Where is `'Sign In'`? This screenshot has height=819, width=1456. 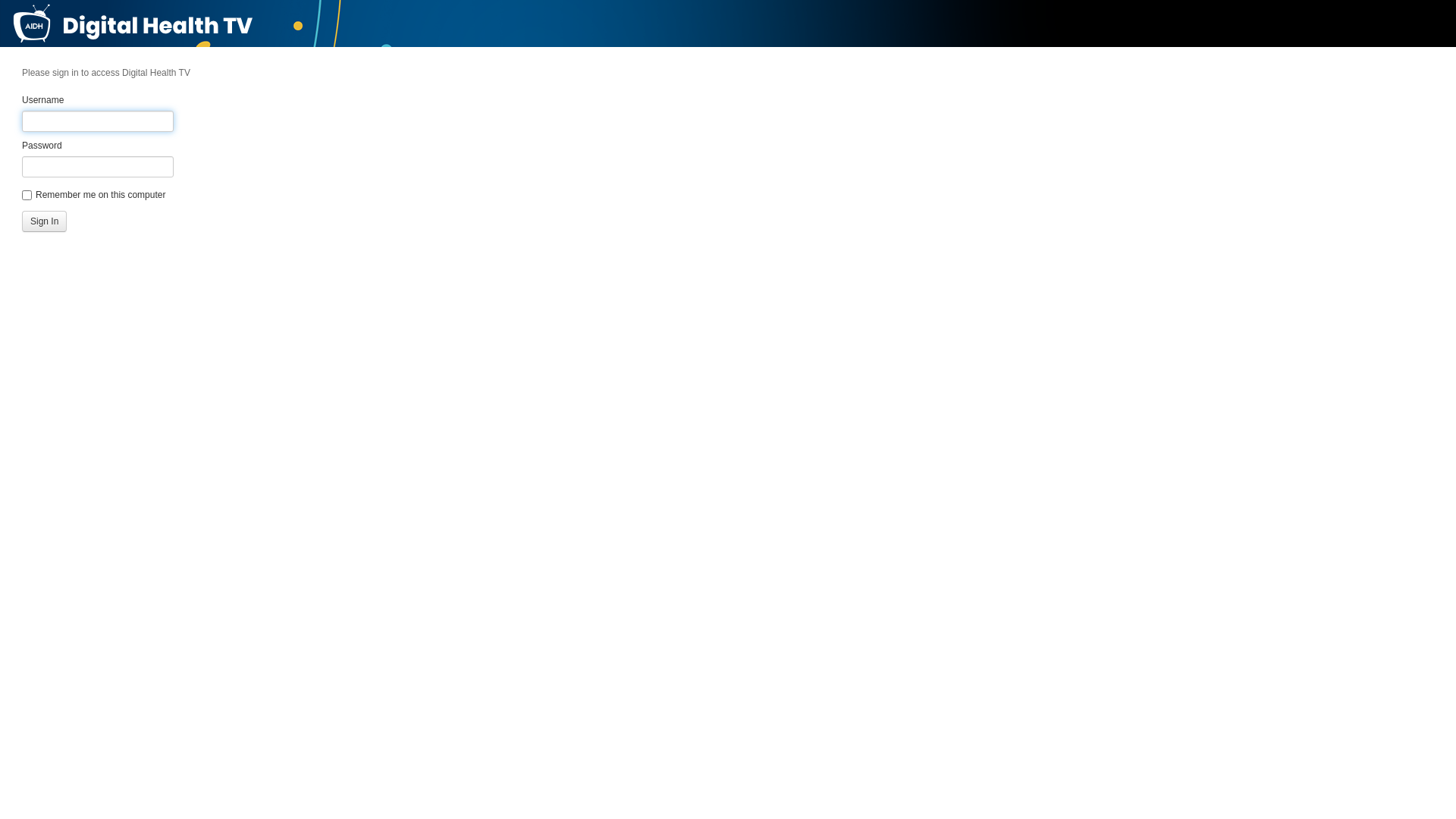
'Sign In' is located at coordinates (44, 221).